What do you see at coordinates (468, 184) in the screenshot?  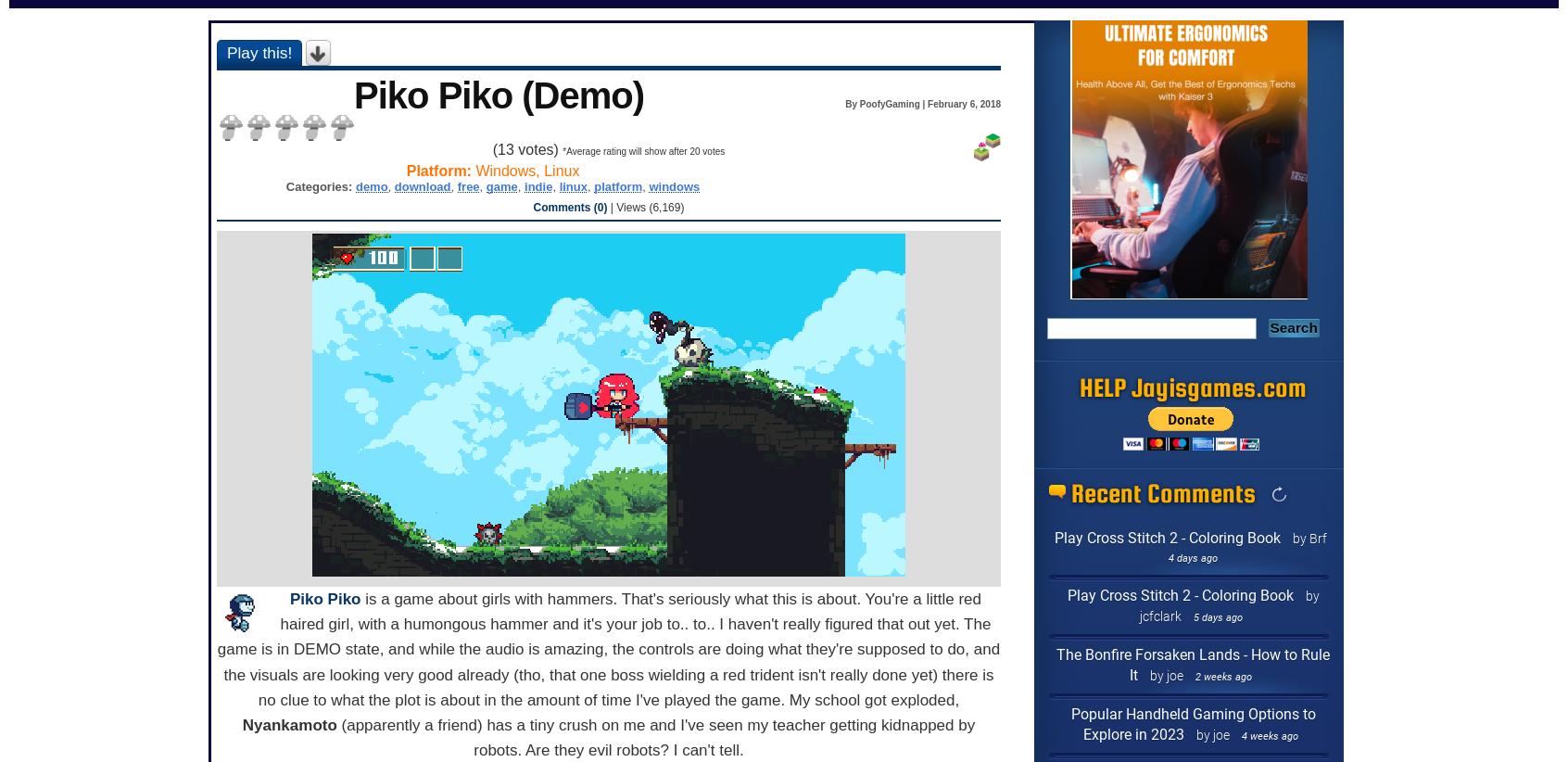 I see `'free'` at bounding box center [468, 184].